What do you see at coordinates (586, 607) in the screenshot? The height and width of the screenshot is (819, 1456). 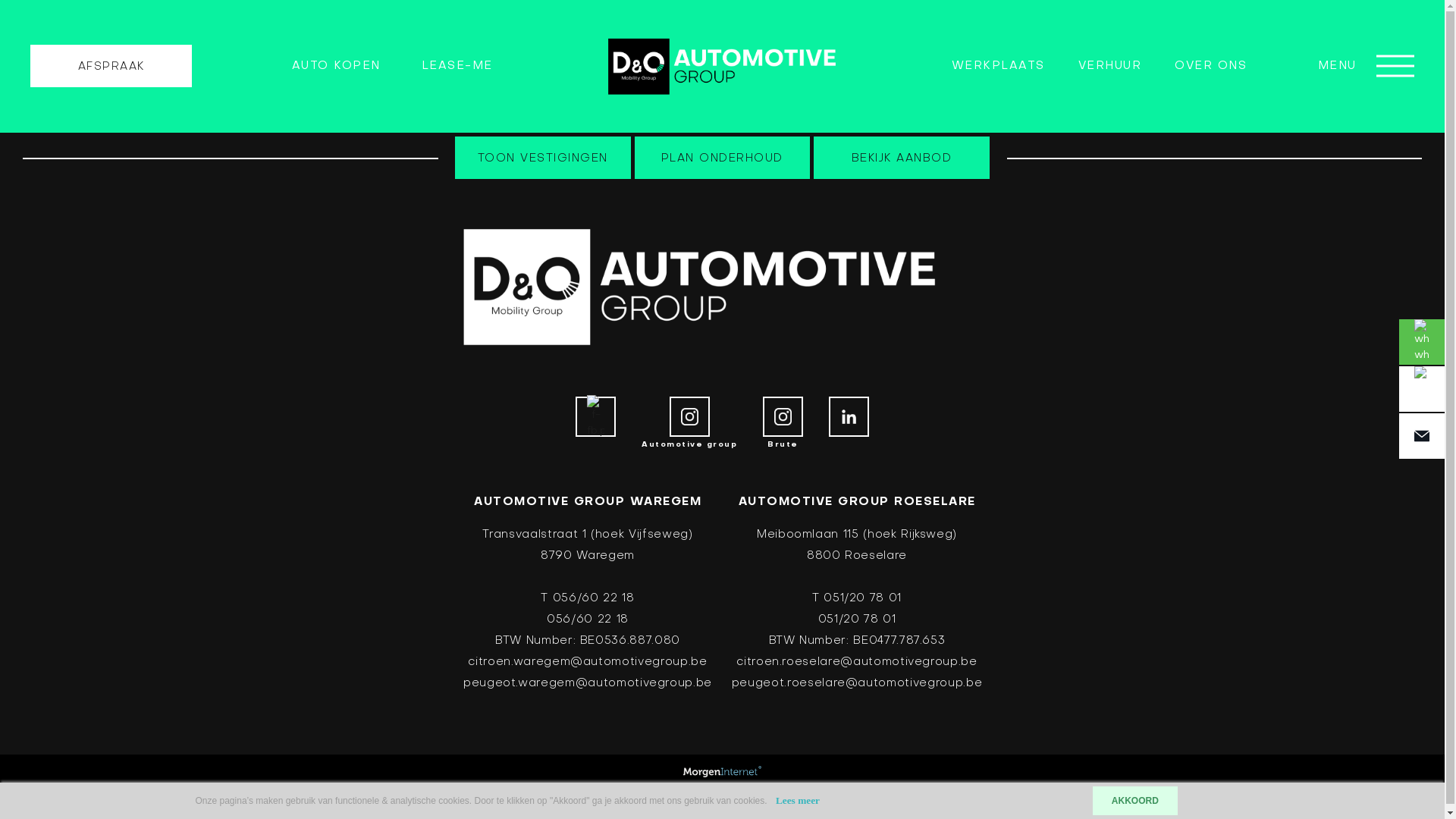 I see `'T 056/60 22 18` at bounding box center [586, 607].